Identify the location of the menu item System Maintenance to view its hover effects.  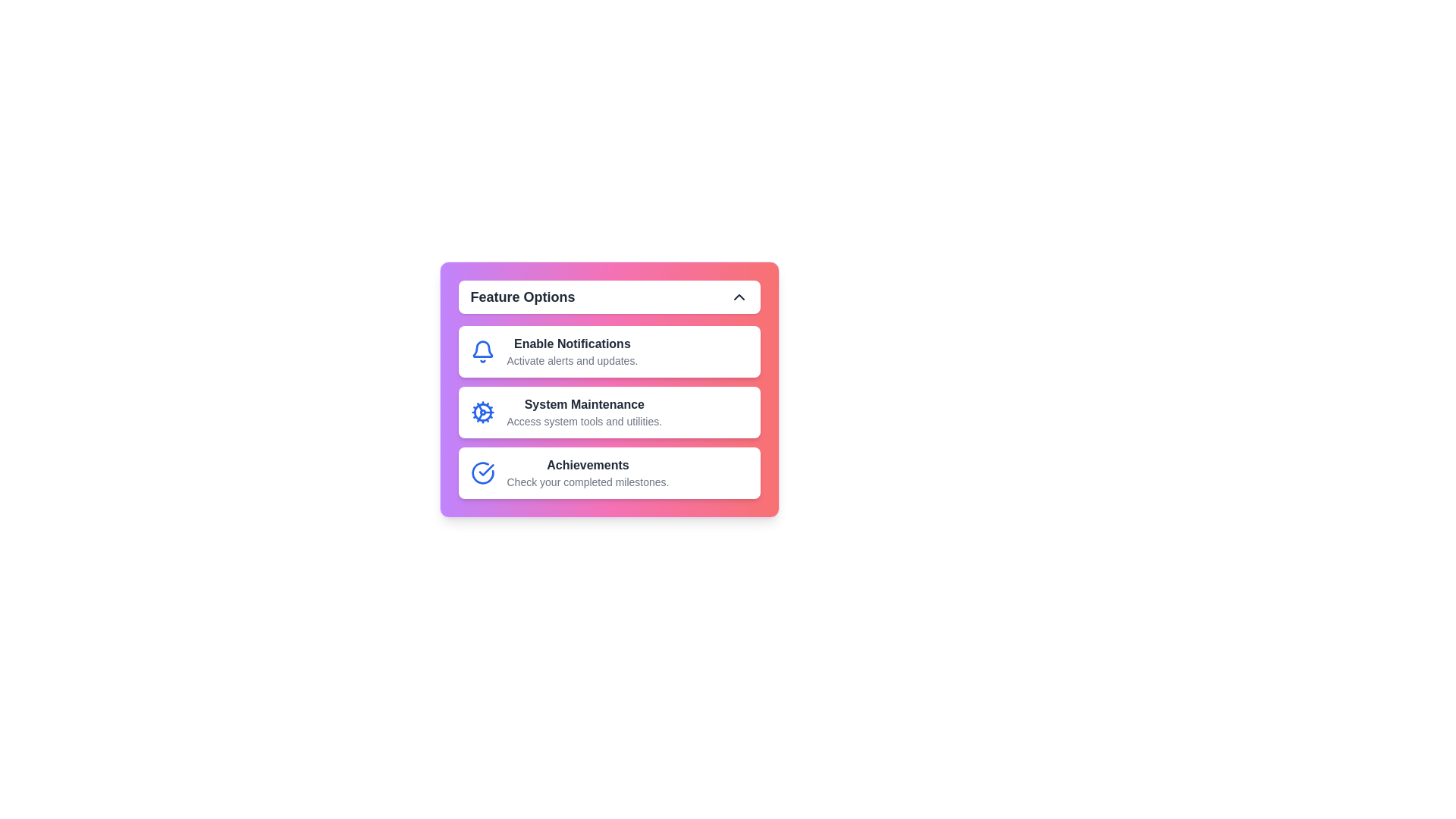
(609, 412).